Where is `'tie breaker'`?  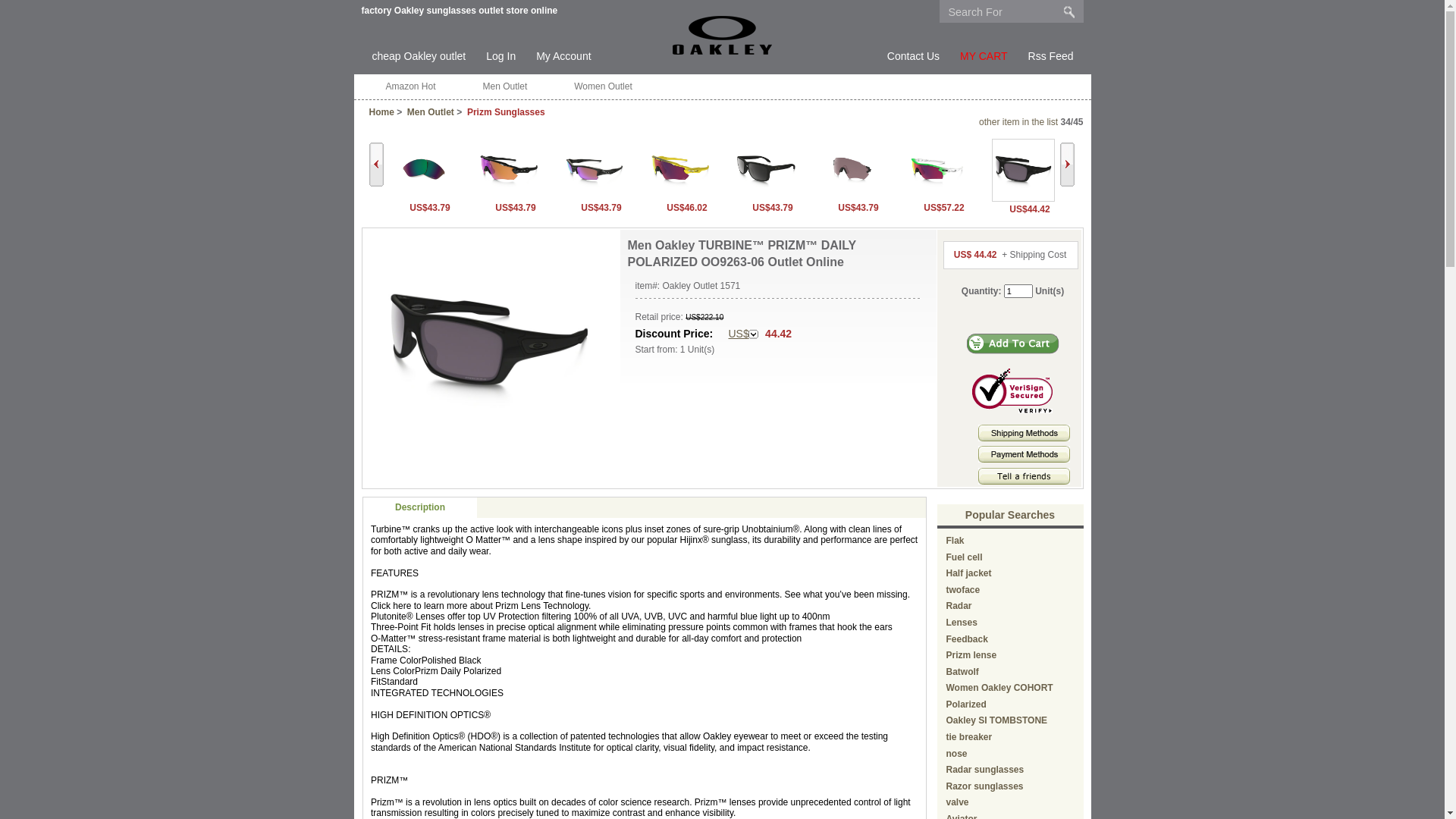
'tie breaker' is located at coordinates (968, 736).